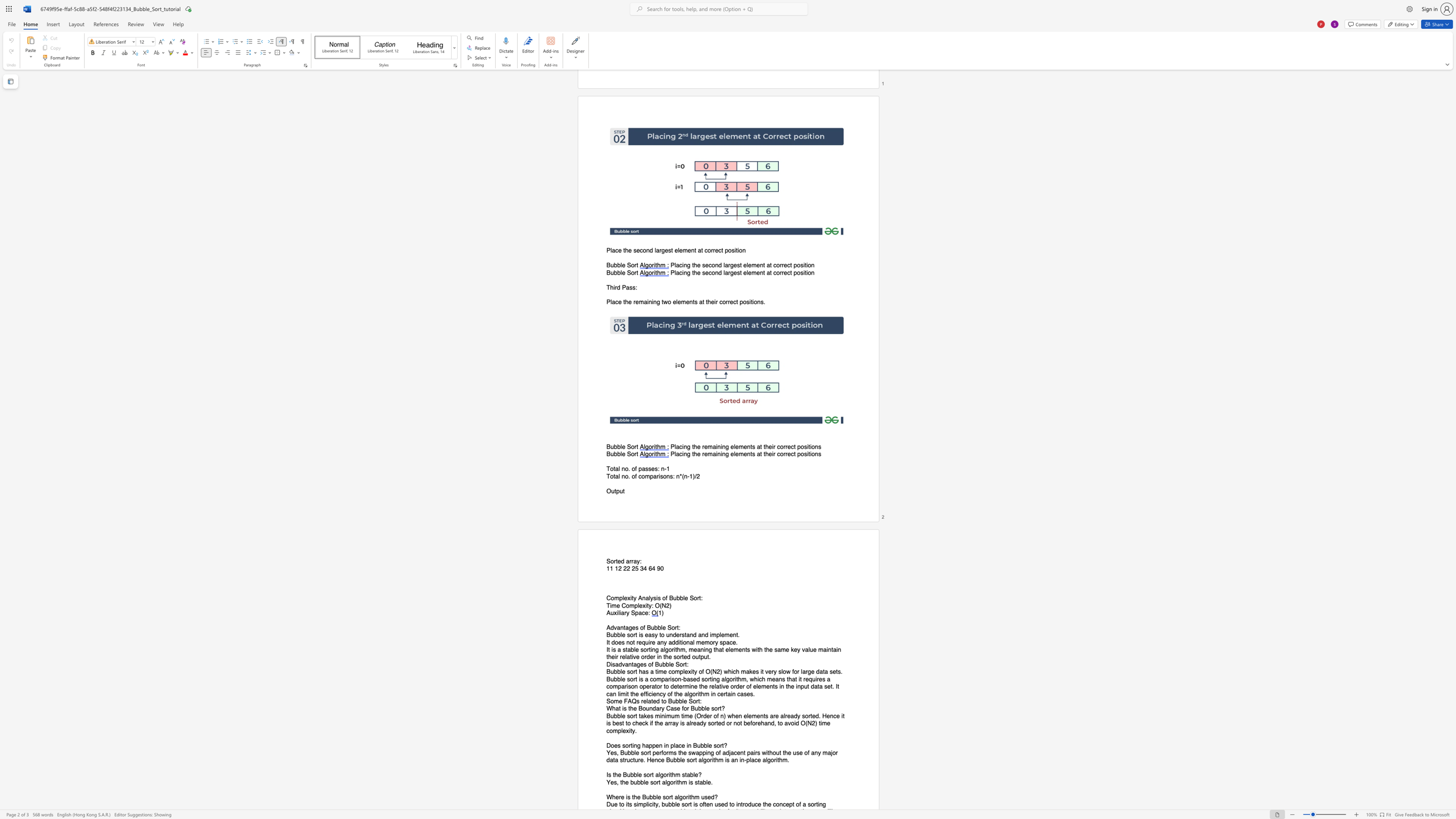 The image size is (1456, 819). What do you see at coordinates (656, 796) in the screenshot?
I see `the 1th character "l" in the text` at bounding box center [656, 796].